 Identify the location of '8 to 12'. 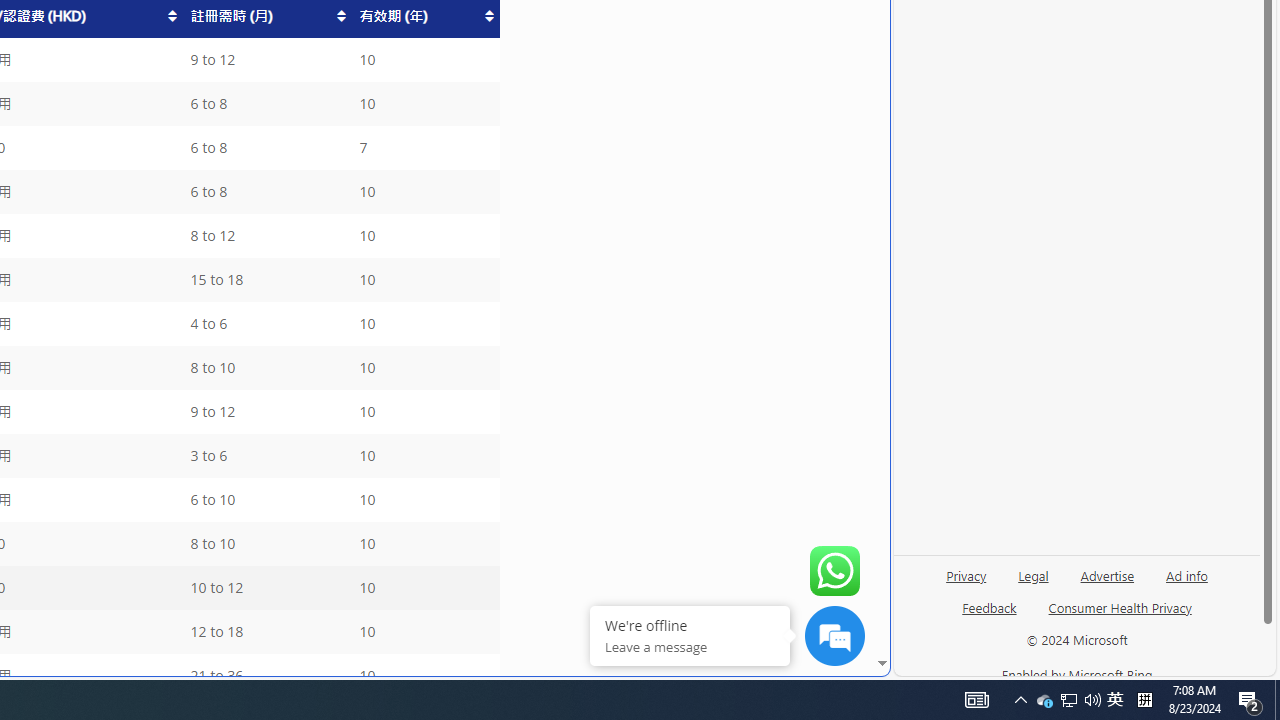
(265, 235).